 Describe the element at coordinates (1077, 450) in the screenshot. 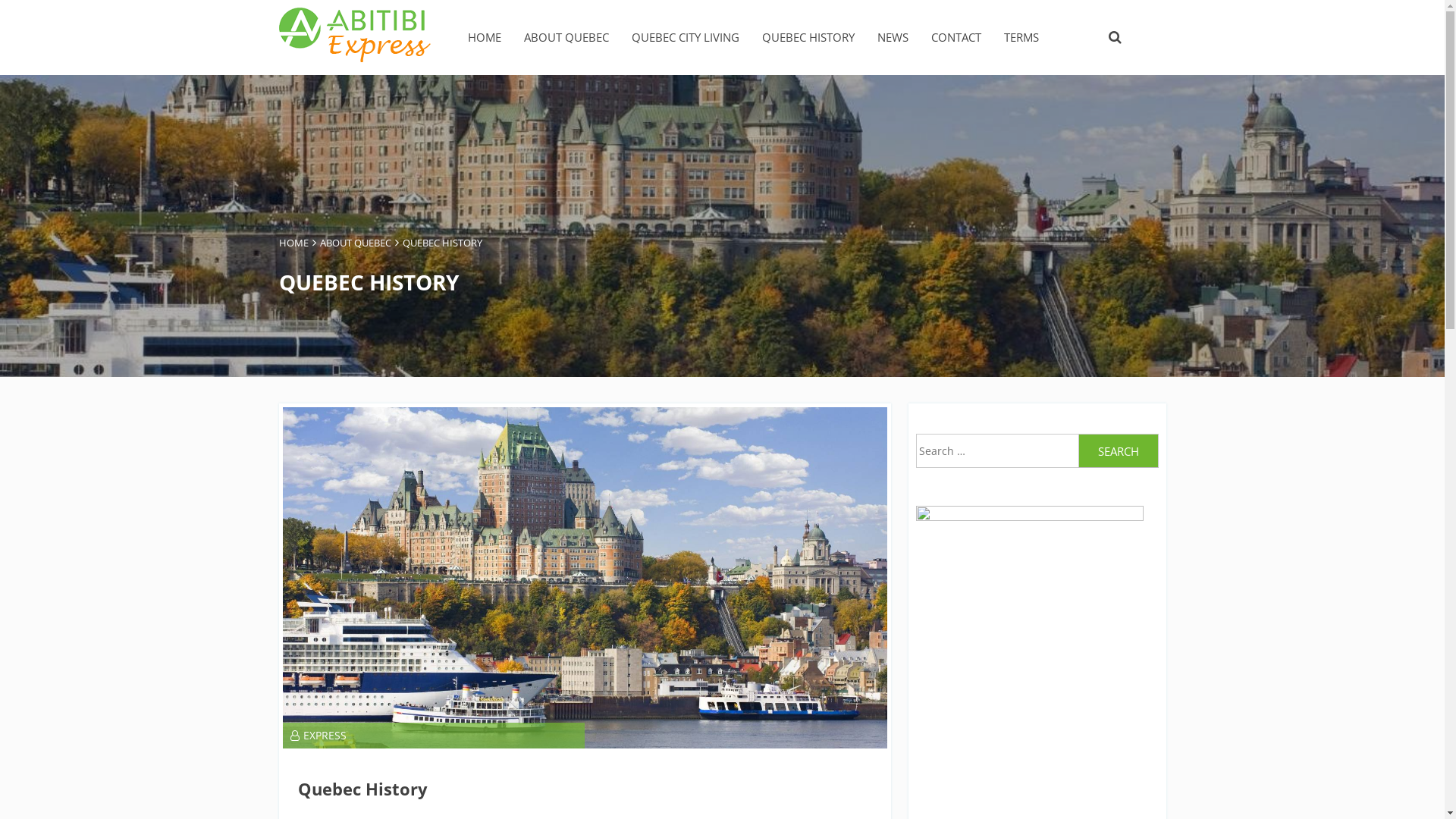

I see `'Search'` at that location.